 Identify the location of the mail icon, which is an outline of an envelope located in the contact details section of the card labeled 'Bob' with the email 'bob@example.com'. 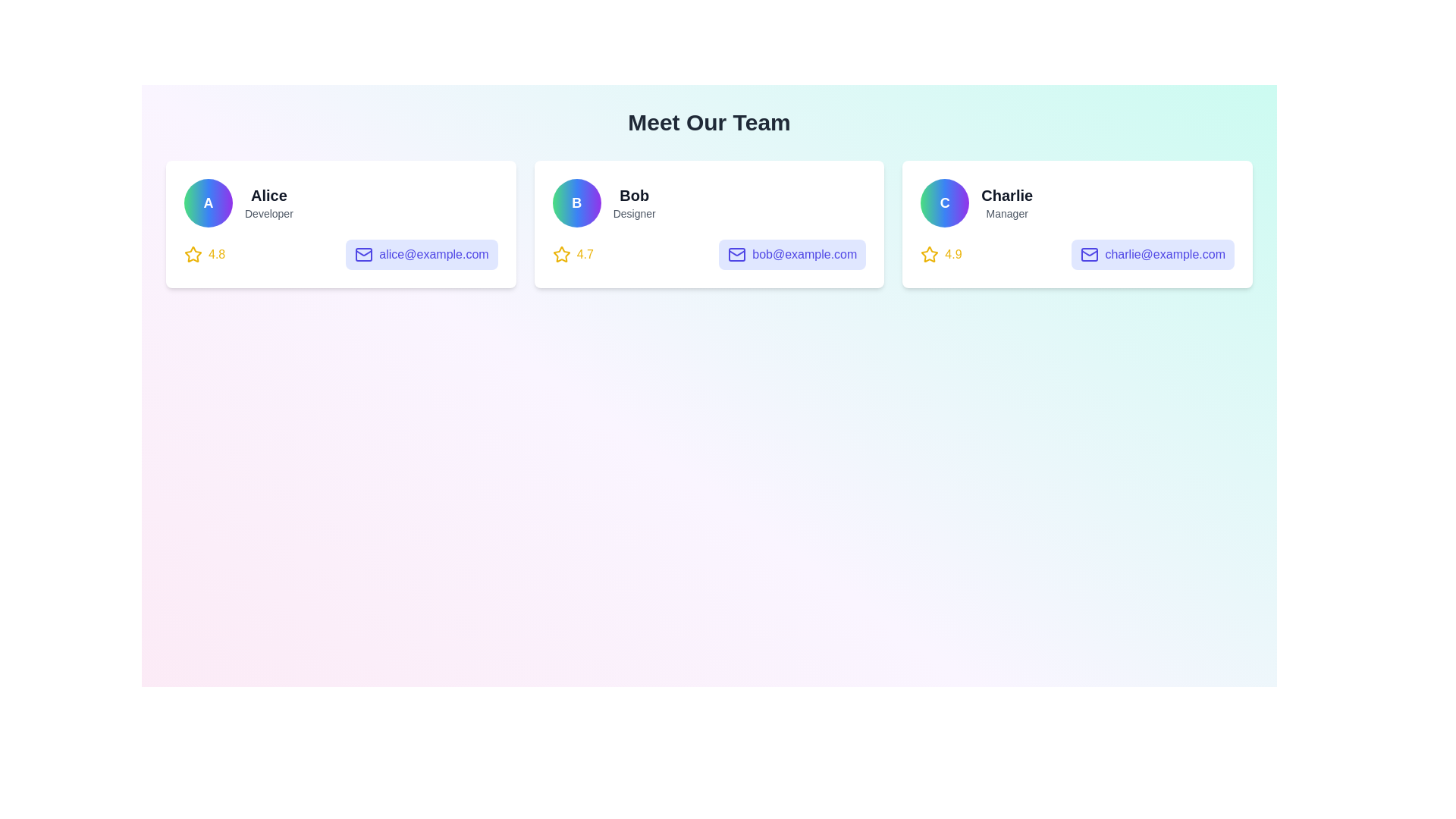
(737, 253).